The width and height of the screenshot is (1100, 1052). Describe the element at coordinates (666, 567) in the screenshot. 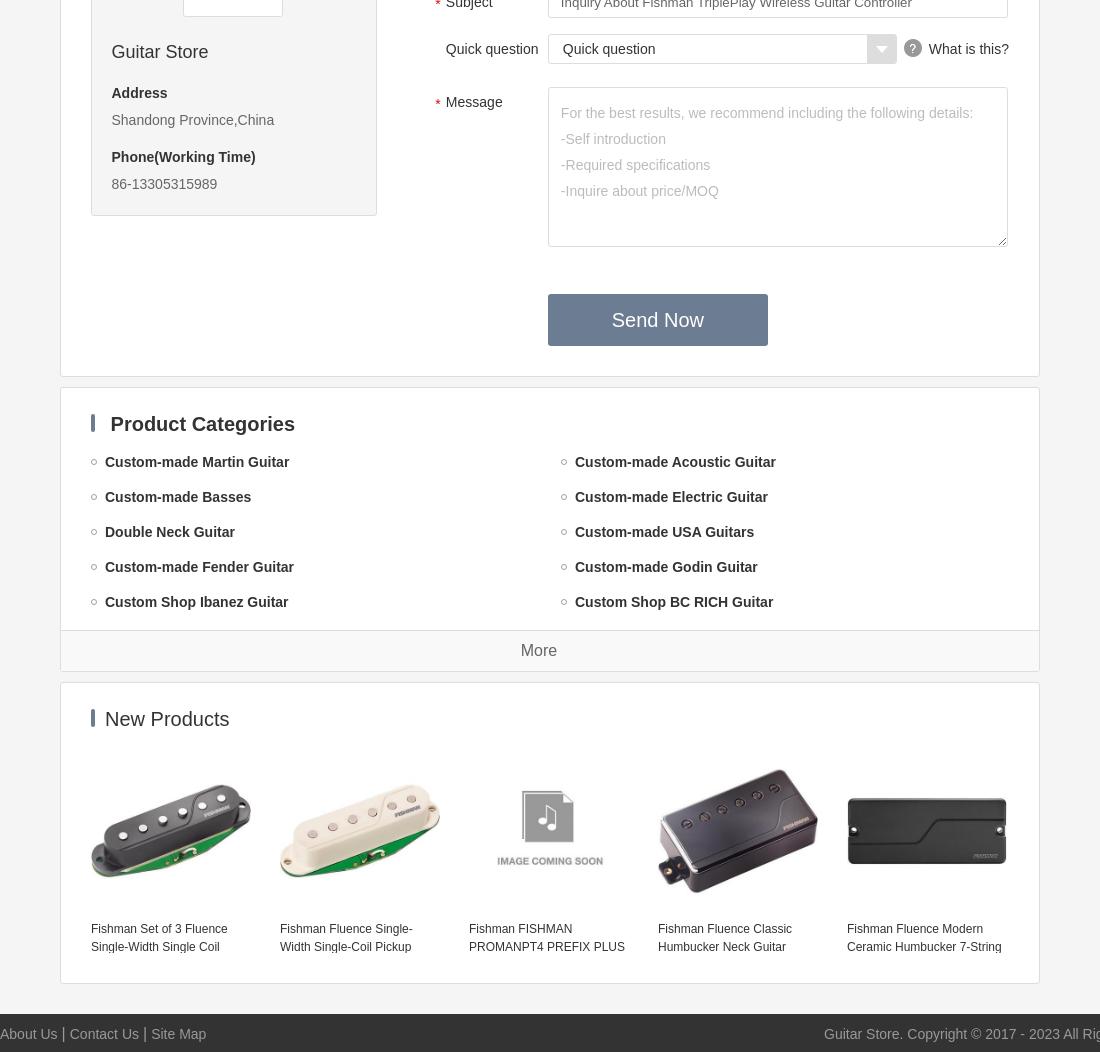

I see `'Custom-made Godin Guitar'` at that location.